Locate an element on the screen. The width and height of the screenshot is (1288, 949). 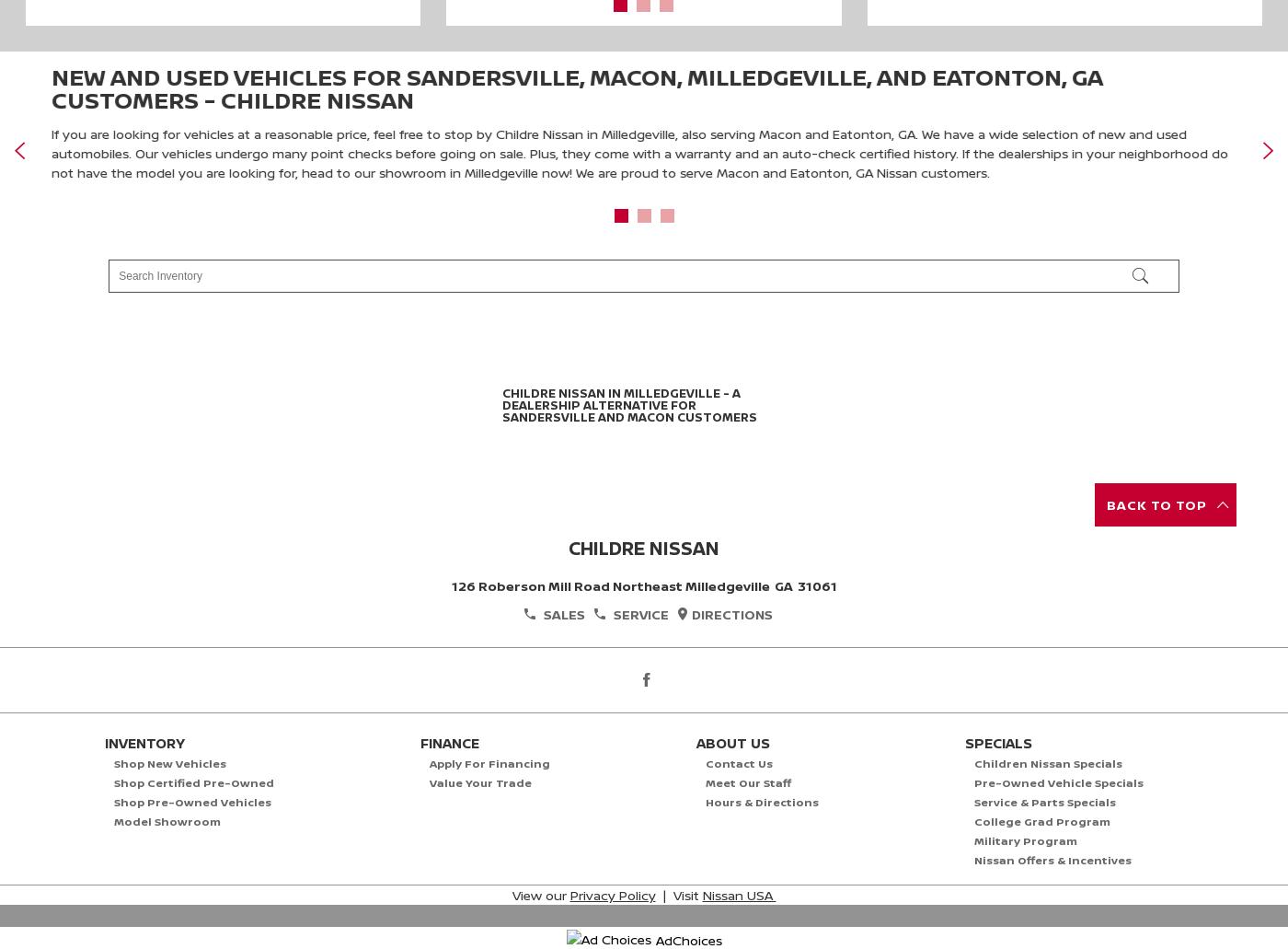
'AdChoices' is located at coordinates (688, 937).